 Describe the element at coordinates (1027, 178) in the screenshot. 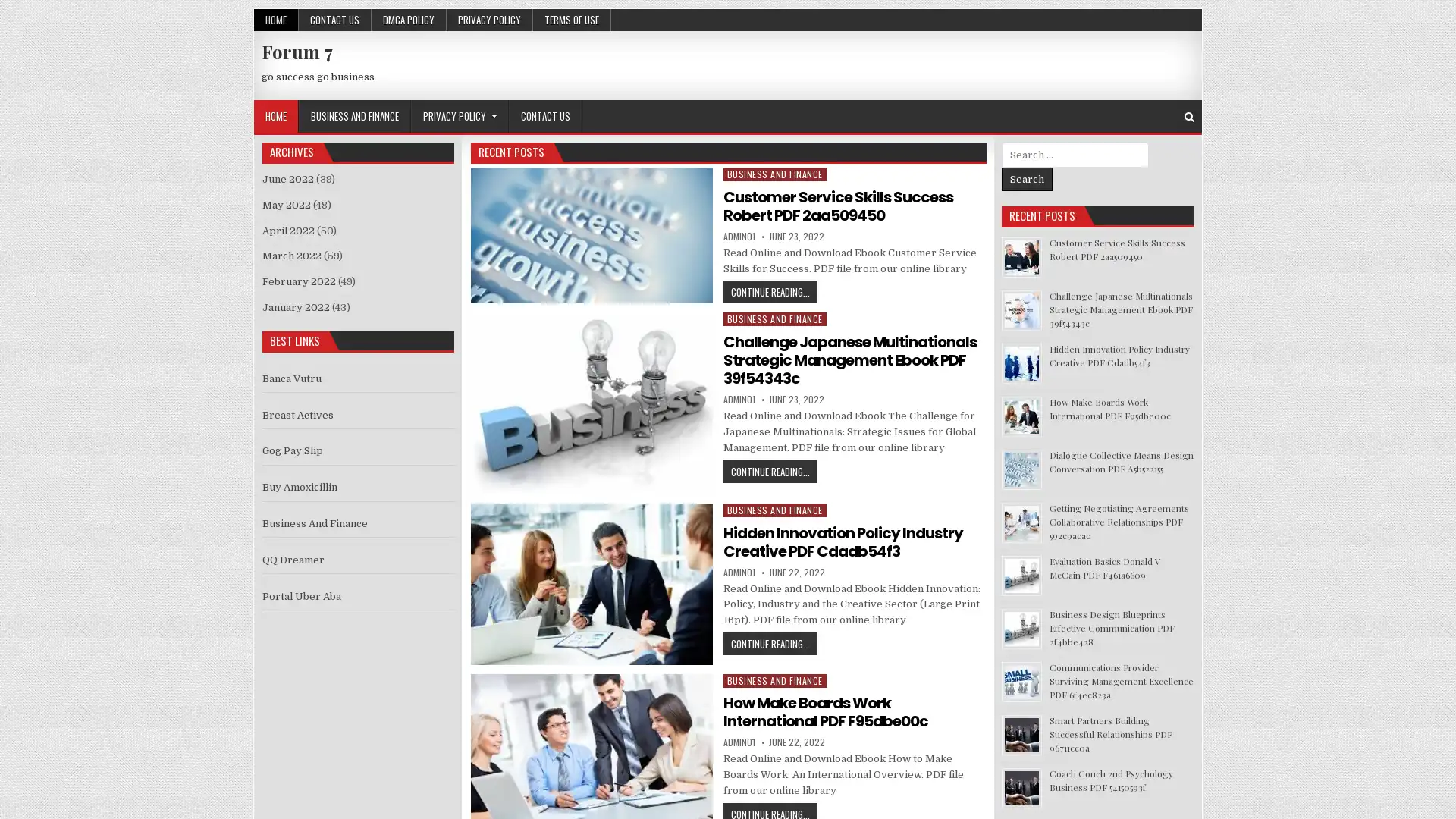

I see `Search` at that location.